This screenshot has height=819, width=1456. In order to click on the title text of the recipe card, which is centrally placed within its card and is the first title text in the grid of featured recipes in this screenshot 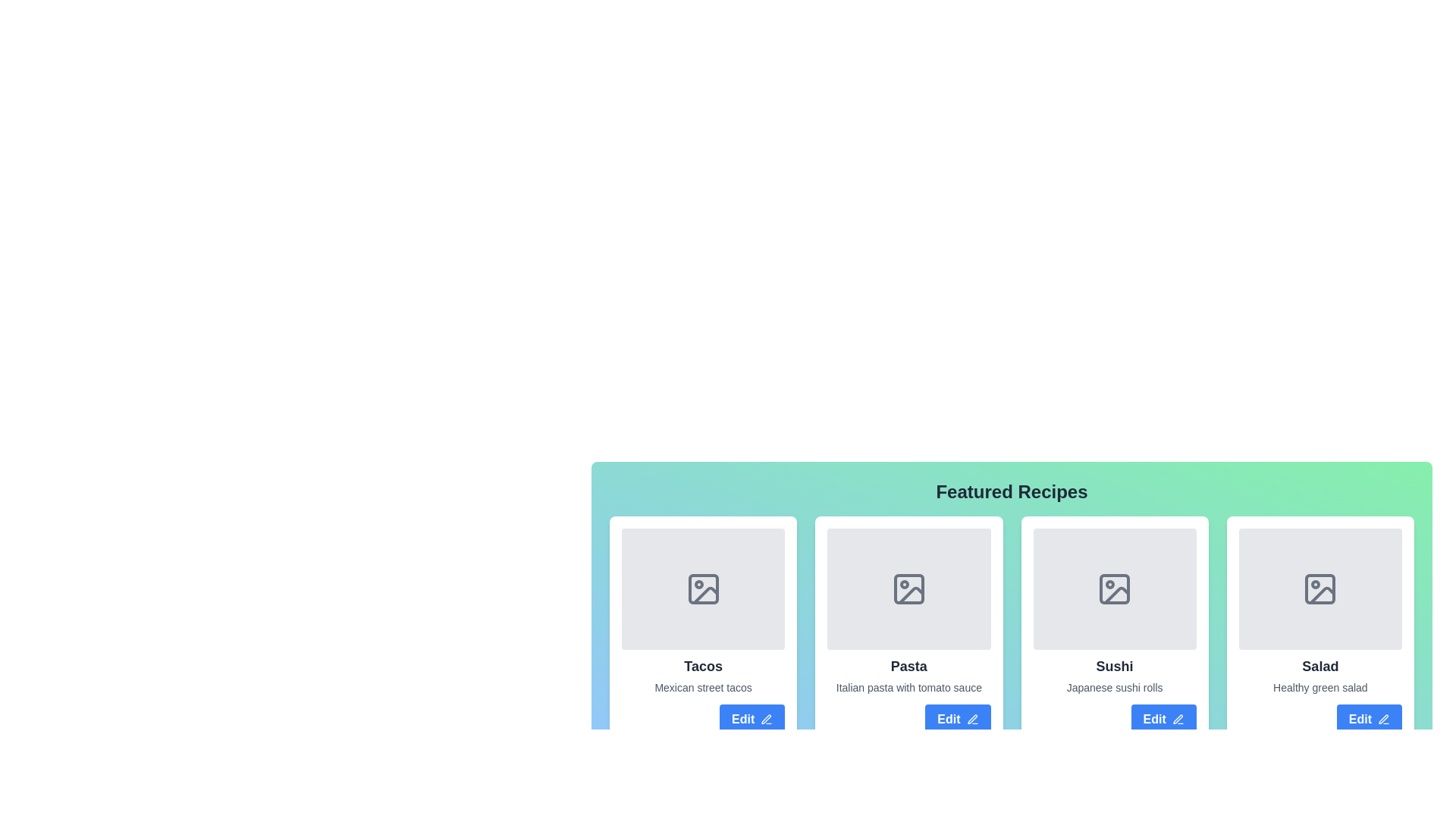, I will do `click(702, 666)`.